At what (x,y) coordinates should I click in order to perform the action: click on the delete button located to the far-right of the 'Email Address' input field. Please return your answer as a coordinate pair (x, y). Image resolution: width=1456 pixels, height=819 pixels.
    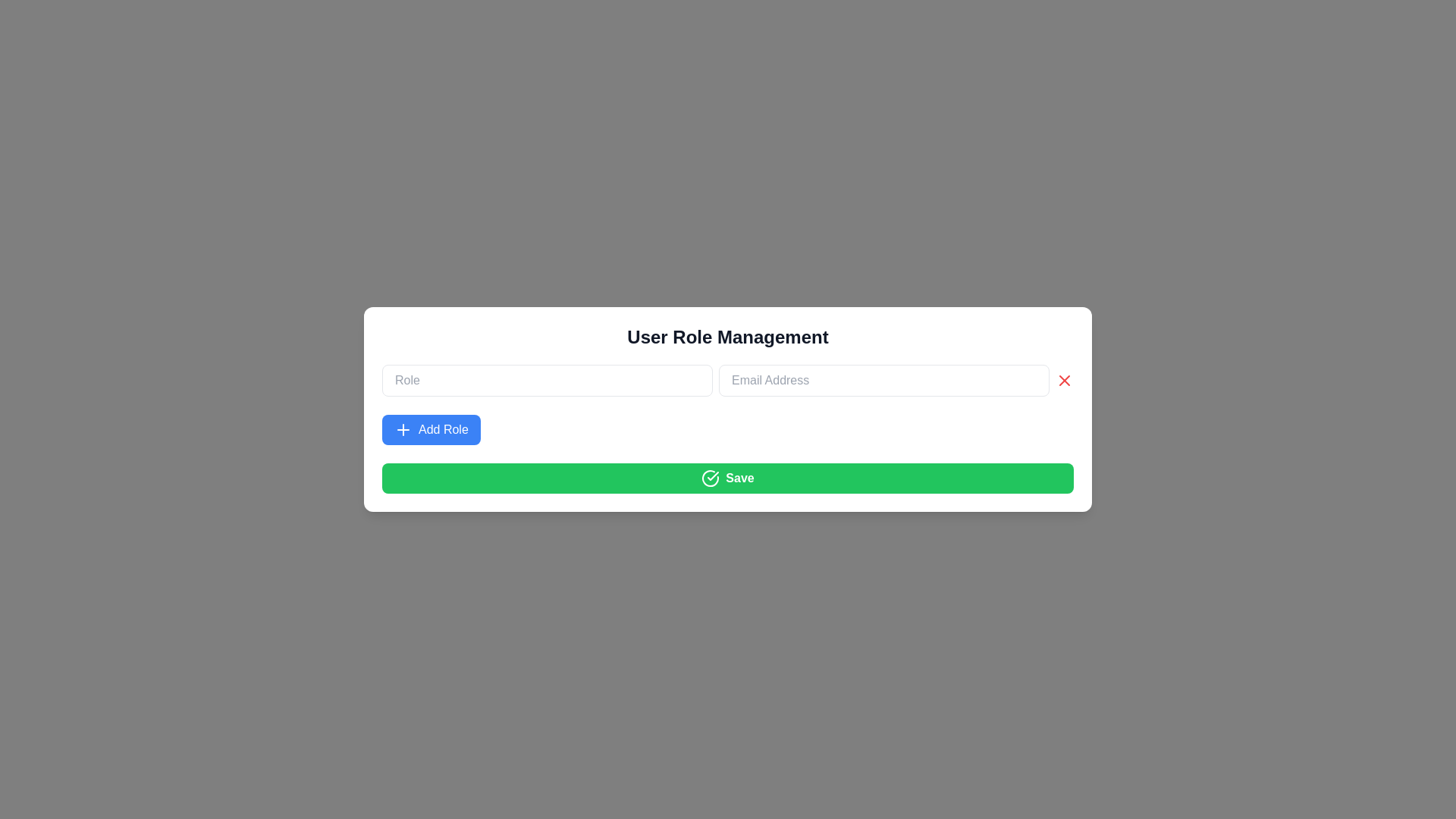
    Looking at the image, I should click on (1063, 379).